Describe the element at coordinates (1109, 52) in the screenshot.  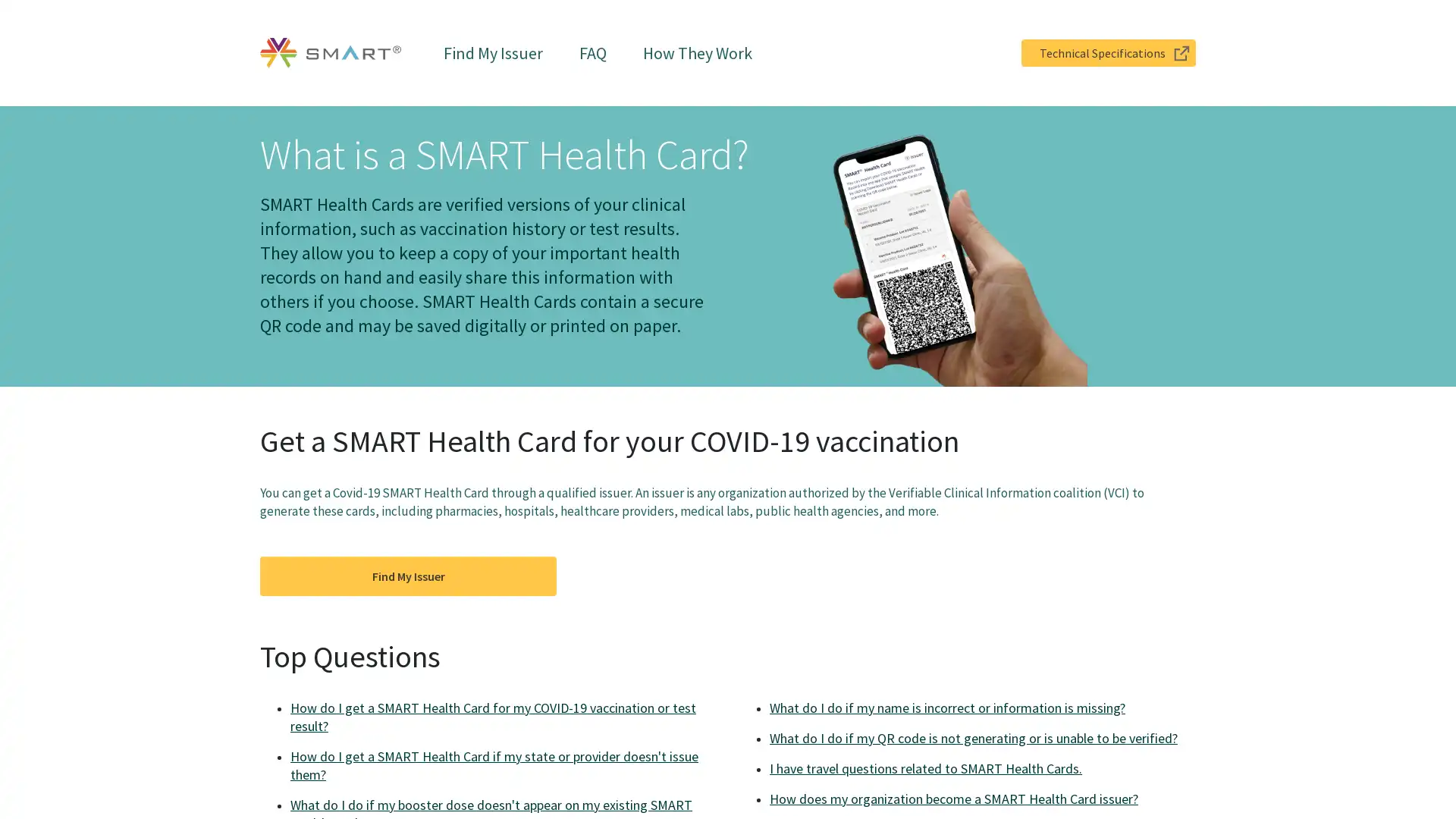
I see `Technical Specifications` at that location.